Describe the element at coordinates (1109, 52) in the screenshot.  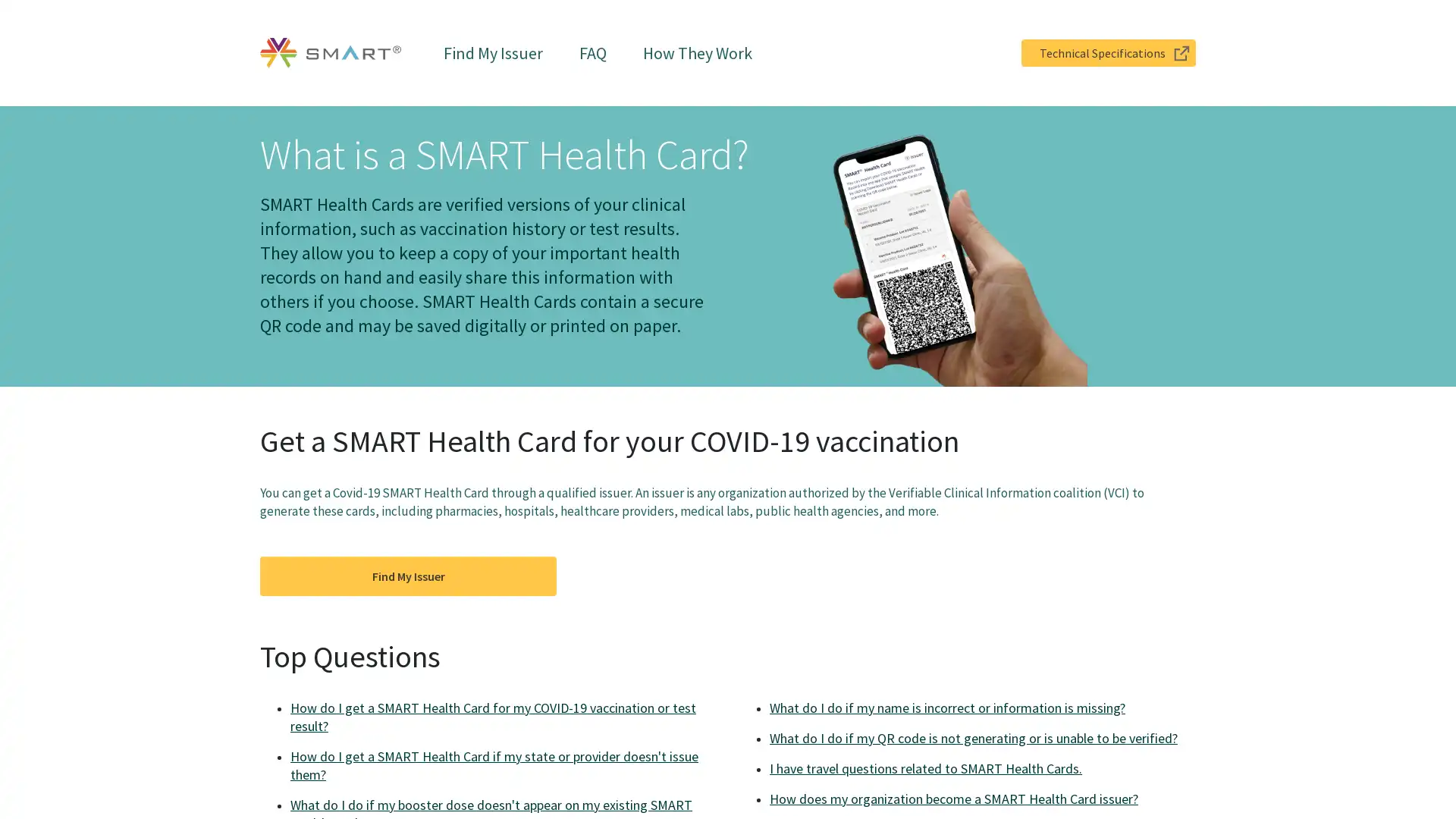
I see `Technical Specifications` at that location.